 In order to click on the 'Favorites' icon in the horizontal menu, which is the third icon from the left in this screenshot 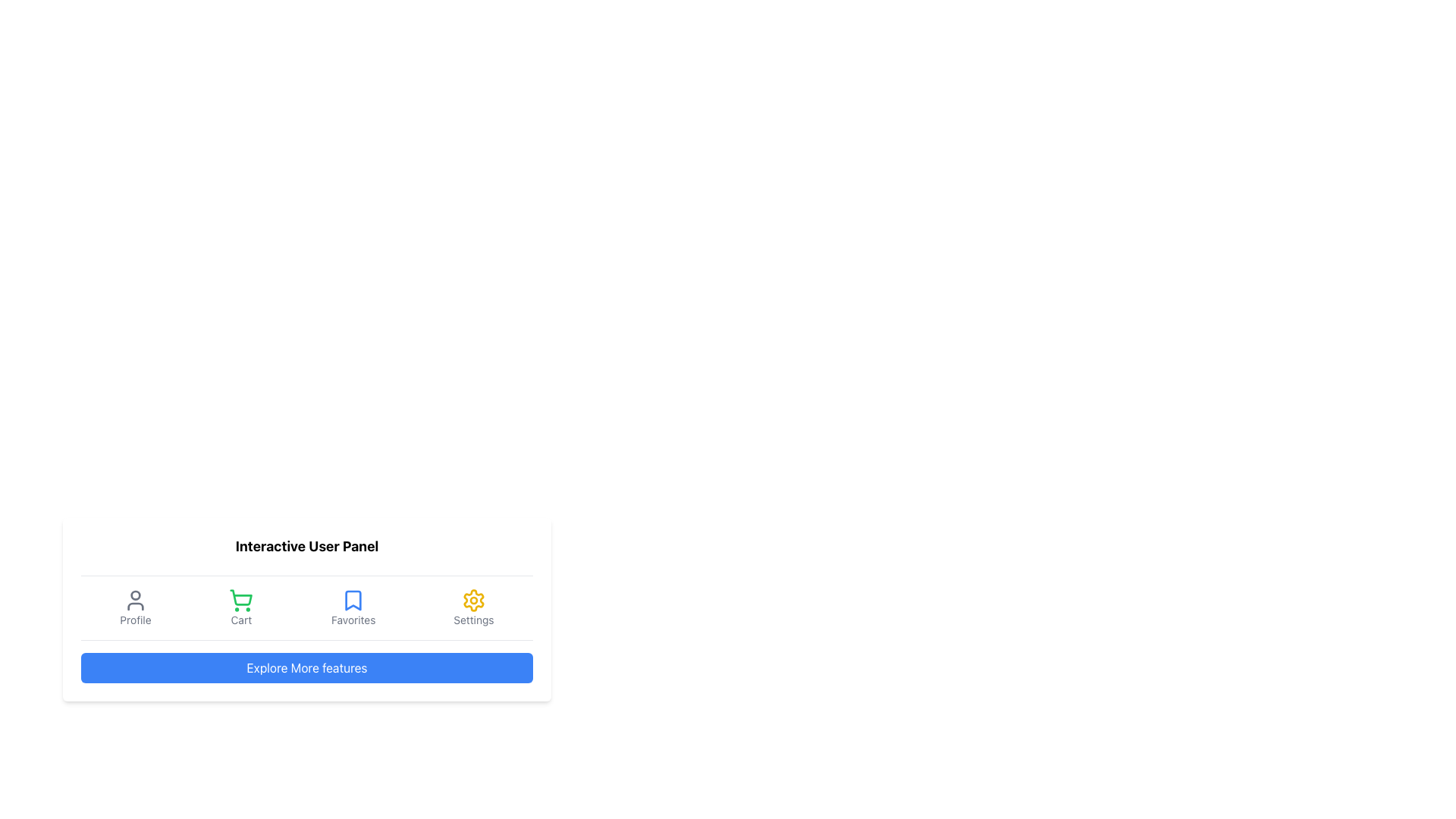, I will do `click(353, 599)`.